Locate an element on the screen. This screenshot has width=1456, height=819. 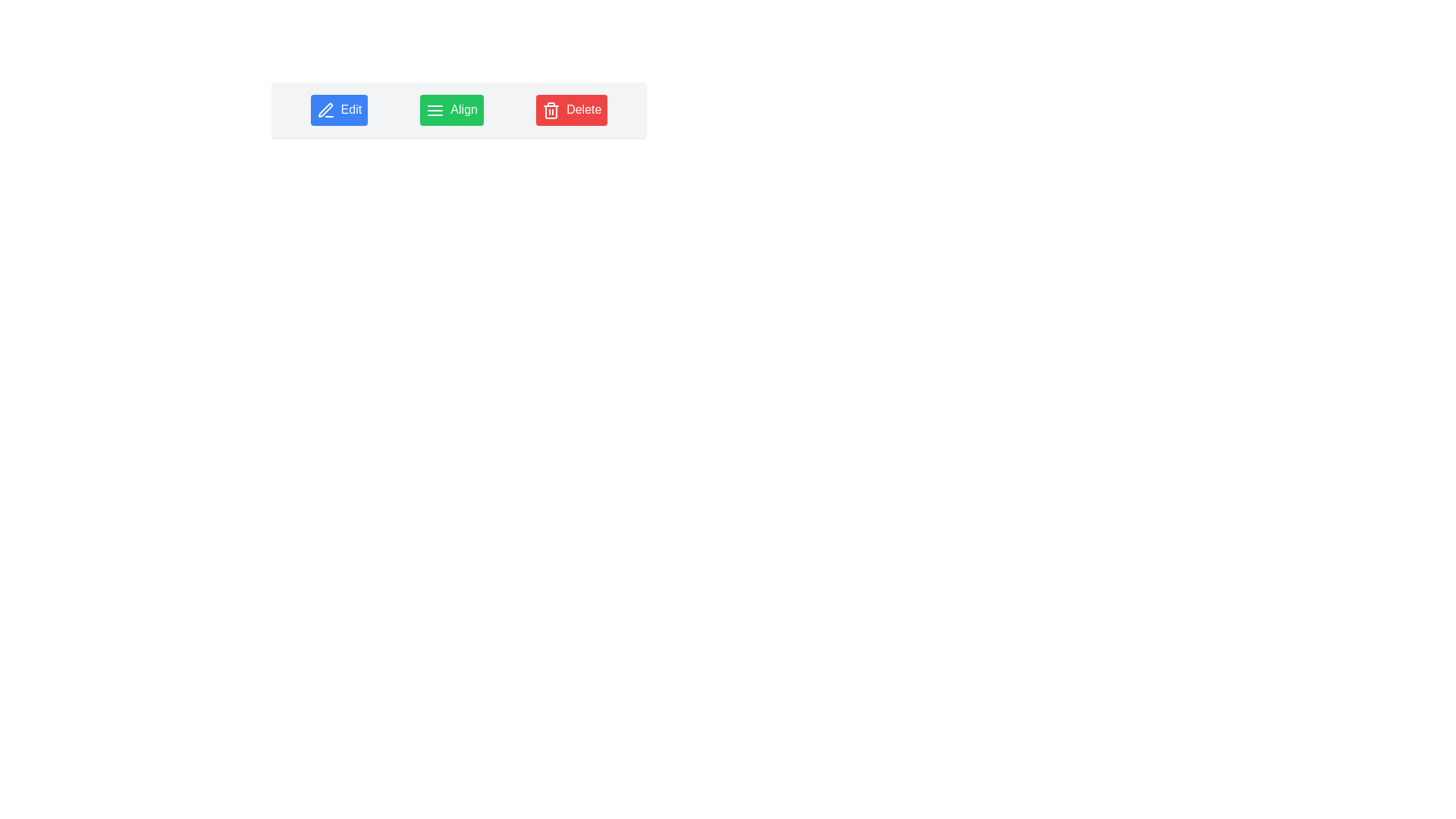
the 'Delete' button with a red background and white text is located at coordinates (571, 109).